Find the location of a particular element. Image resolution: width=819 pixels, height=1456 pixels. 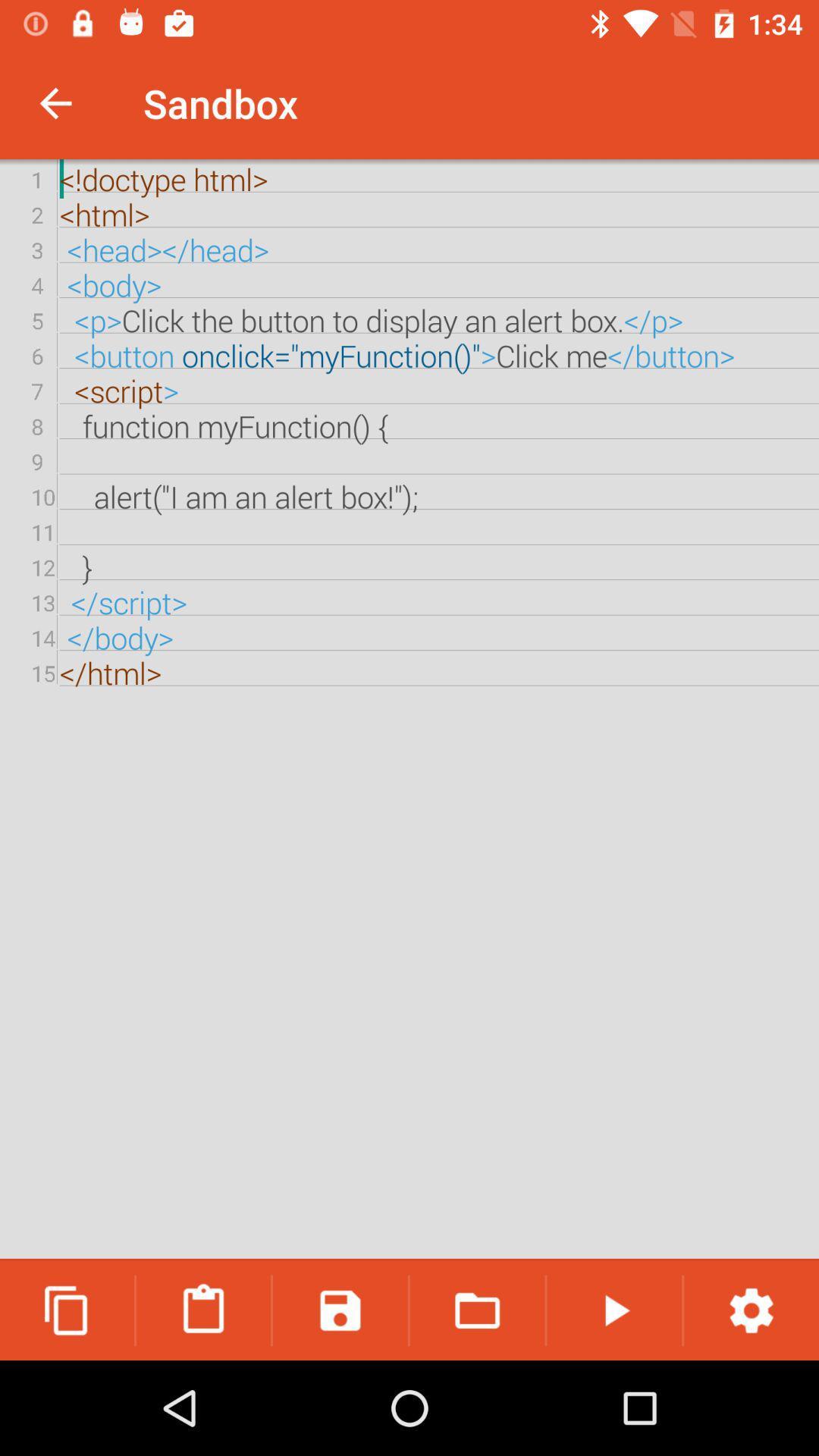

the icon below the doctype html html is located at coordinates (202, 1310).